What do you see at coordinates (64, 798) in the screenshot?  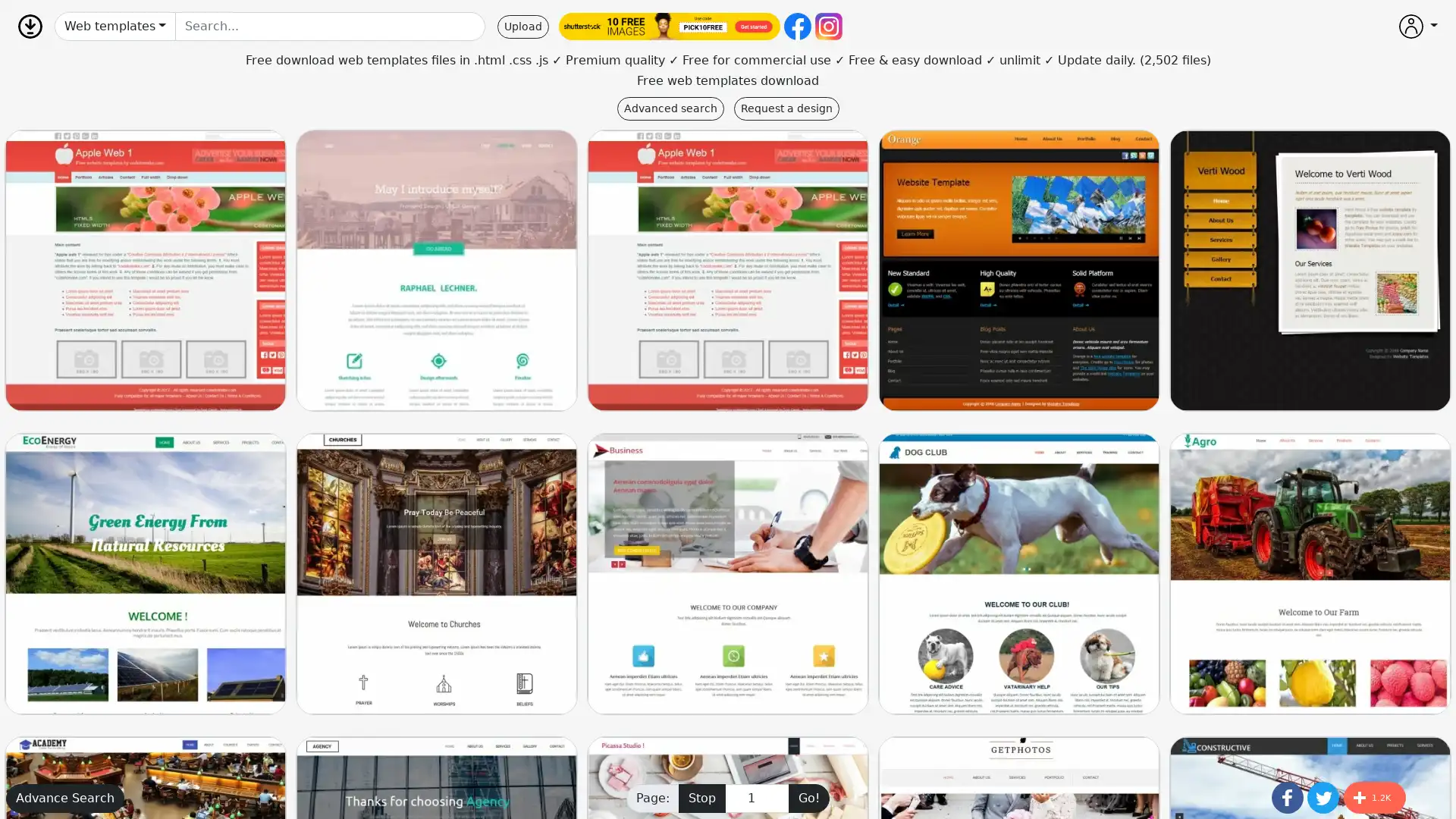 I see `Advance Search` at bounding box center [64, 798].